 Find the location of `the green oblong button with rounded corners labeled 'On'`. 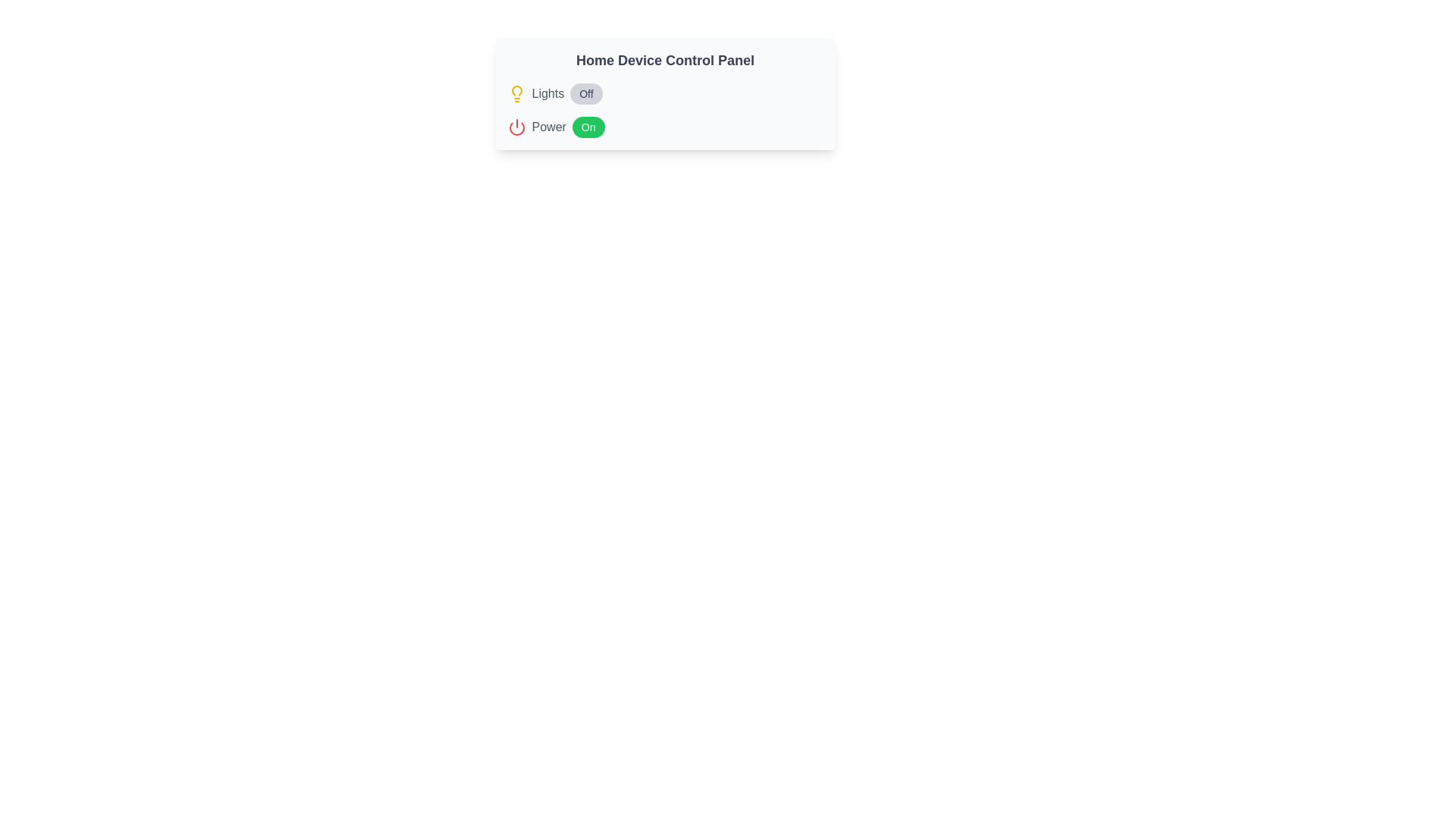

the green oblong button with rounded corners labeled 'On' is located at coordinates (588, 127).